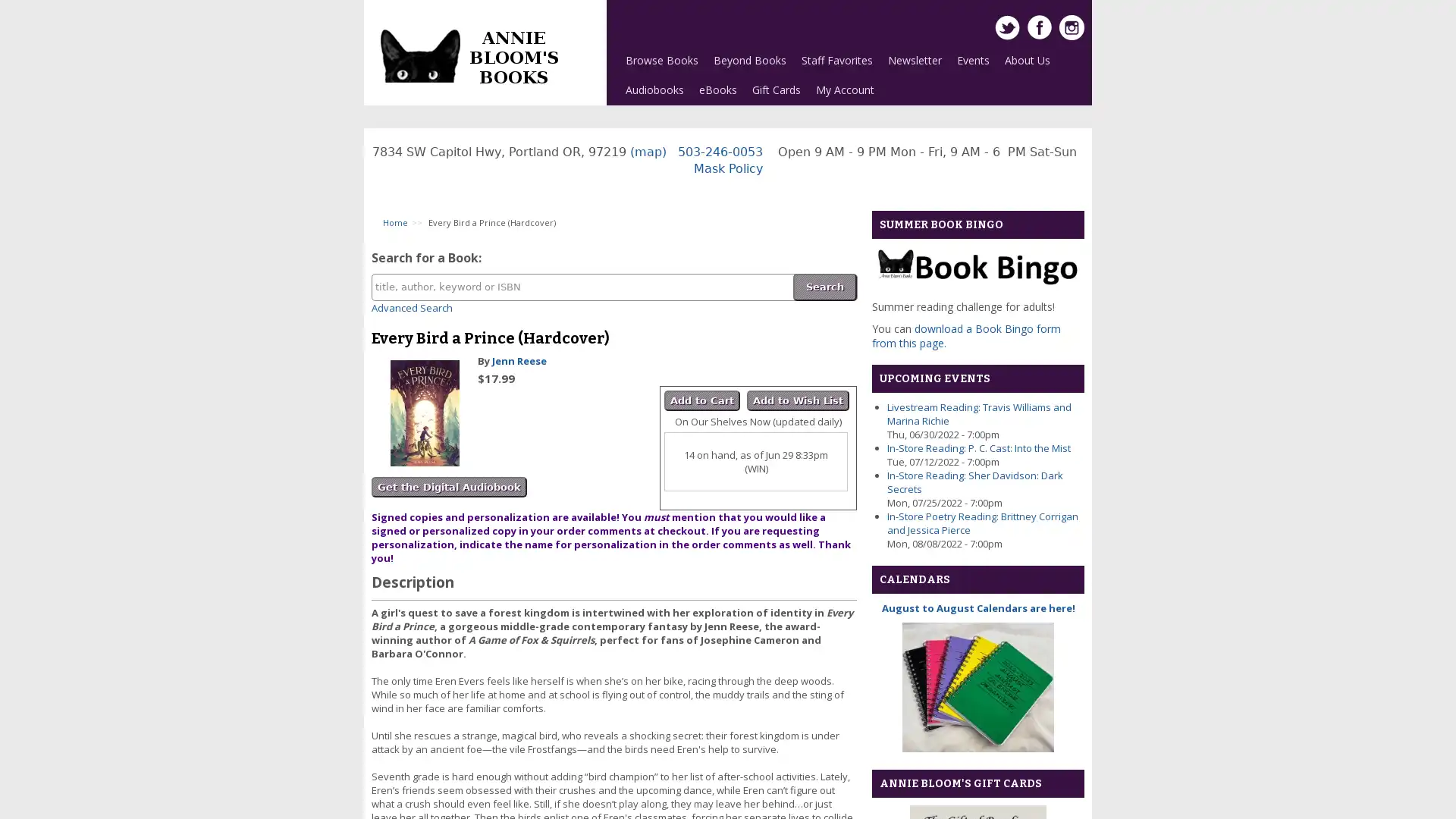  What do you see at coordinates (824, 287) in the screenshot?
I see `Search` at bounding box center [824, 287].